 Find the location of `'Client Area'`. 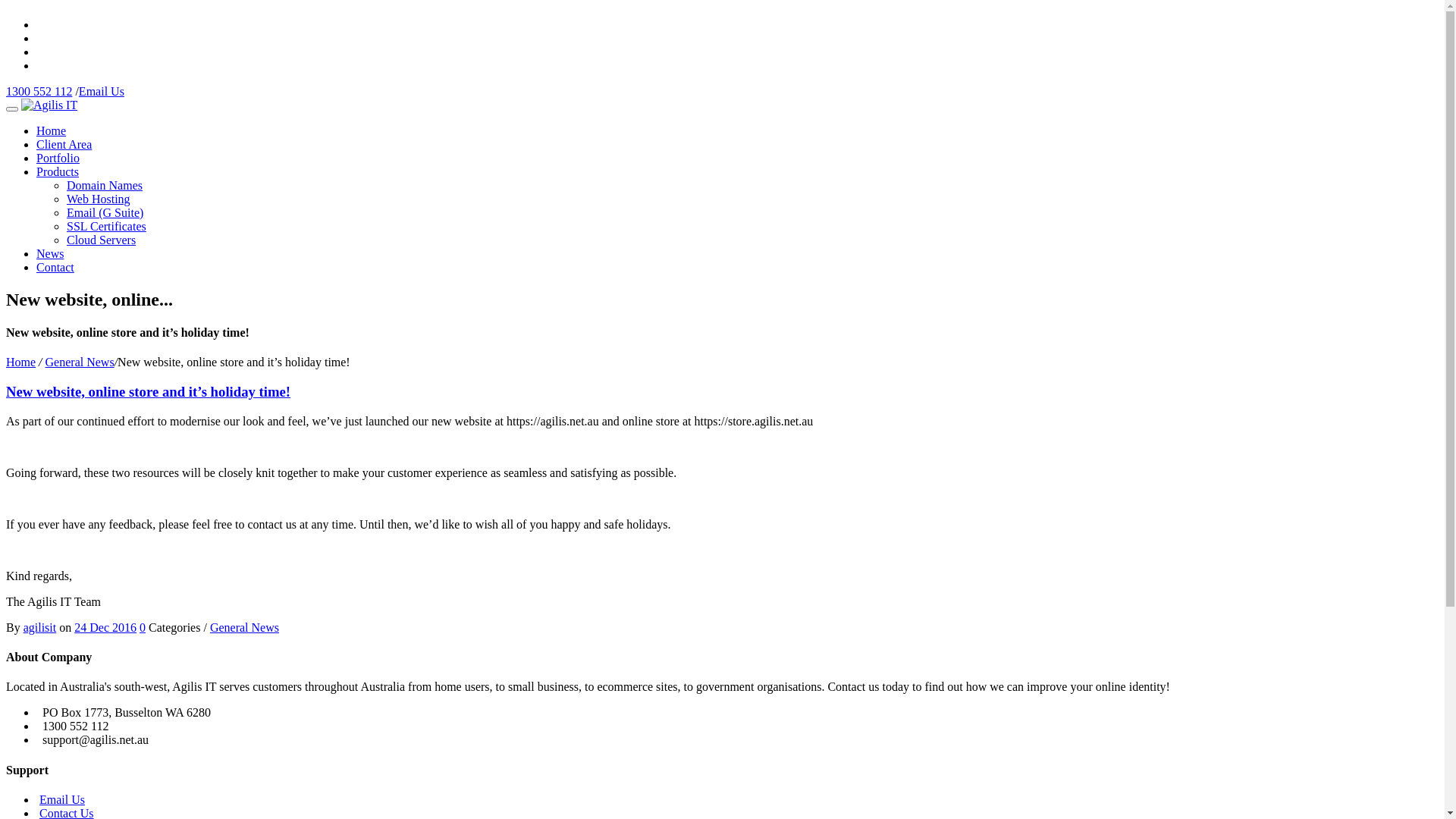

'Client Area' is located at coordinates (63, 144).